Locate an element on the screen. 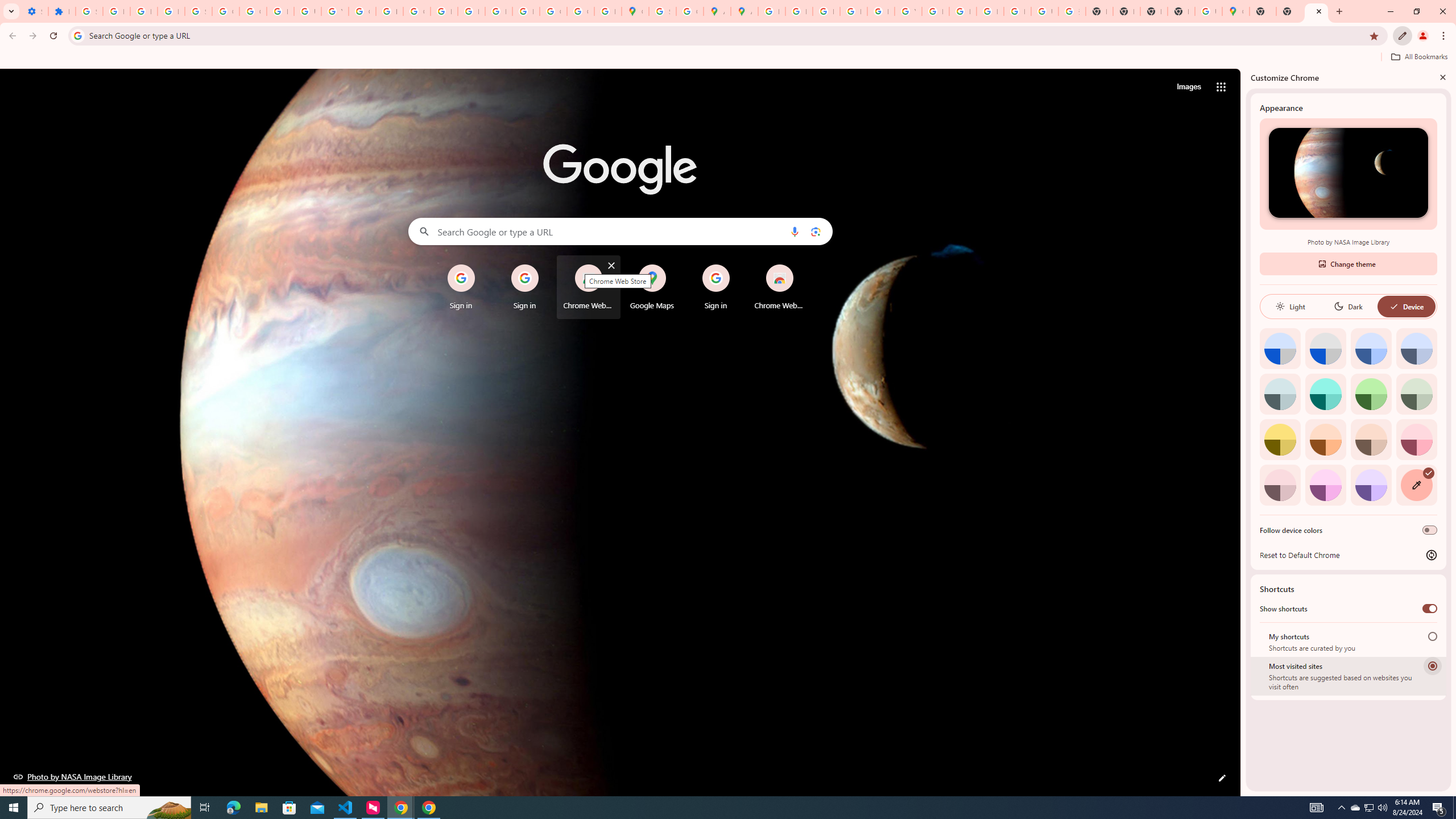 The height and width of the screenshot is (819, 1456). 'Settings - On startup' is located at coordinates (35, 11).